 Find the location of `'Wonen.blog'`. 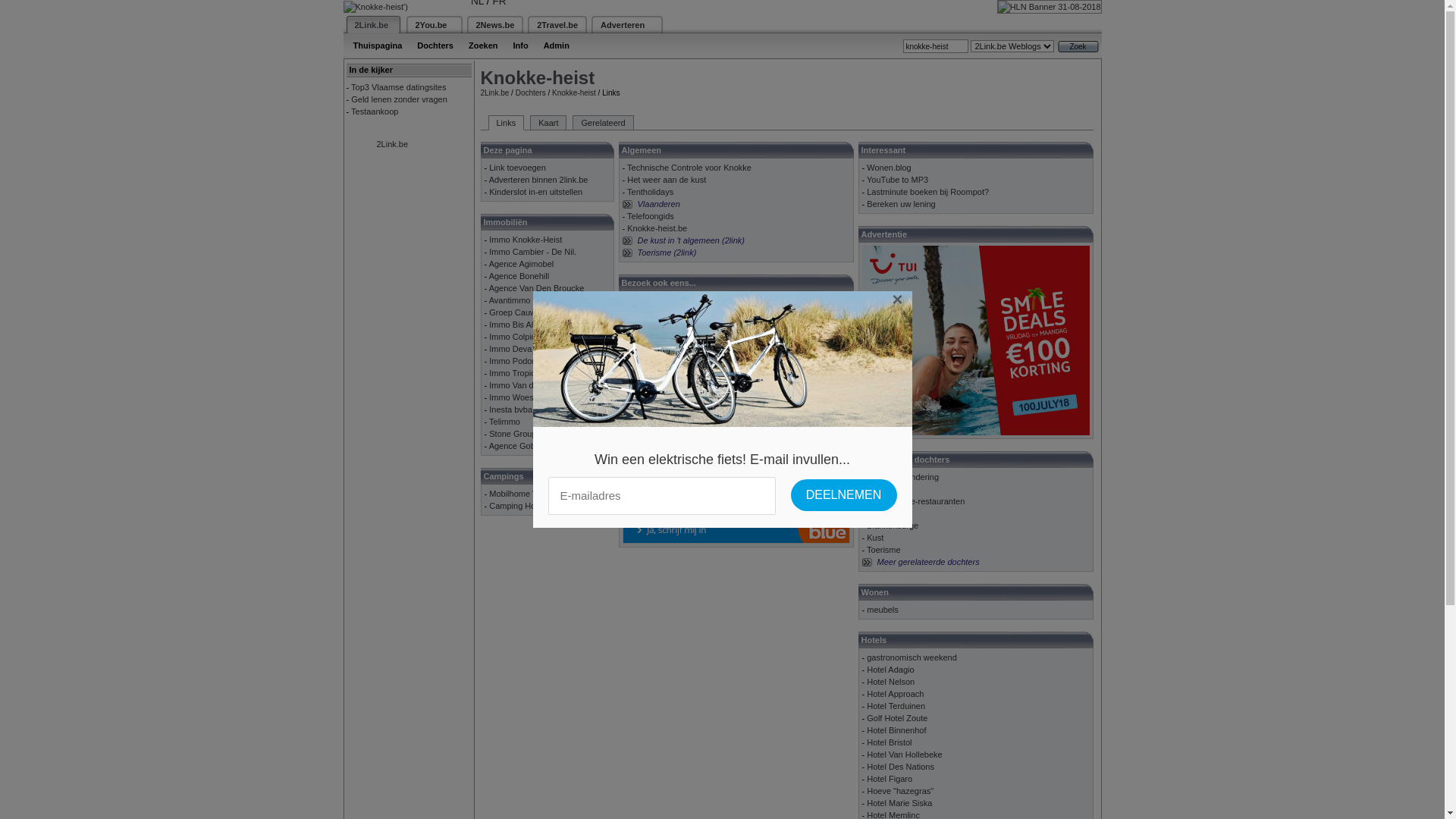

'Wonen.blog' is located at coordinates (889, 167).